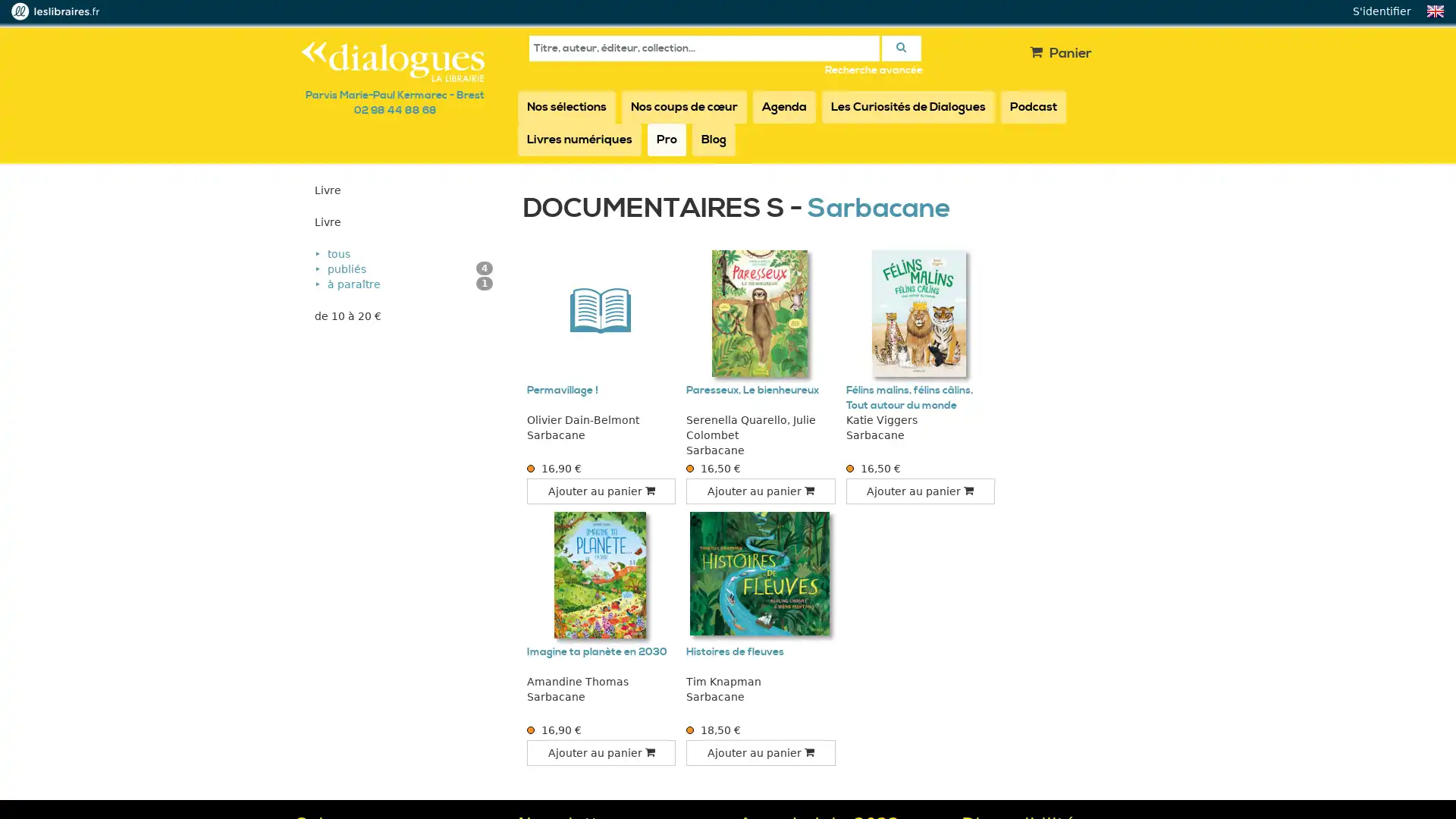 The width and height of the screenshot is (1456, 819). Describe the element at coordinates (600, 752) in the screenshot. I see `Ajouter au panier` at that location.